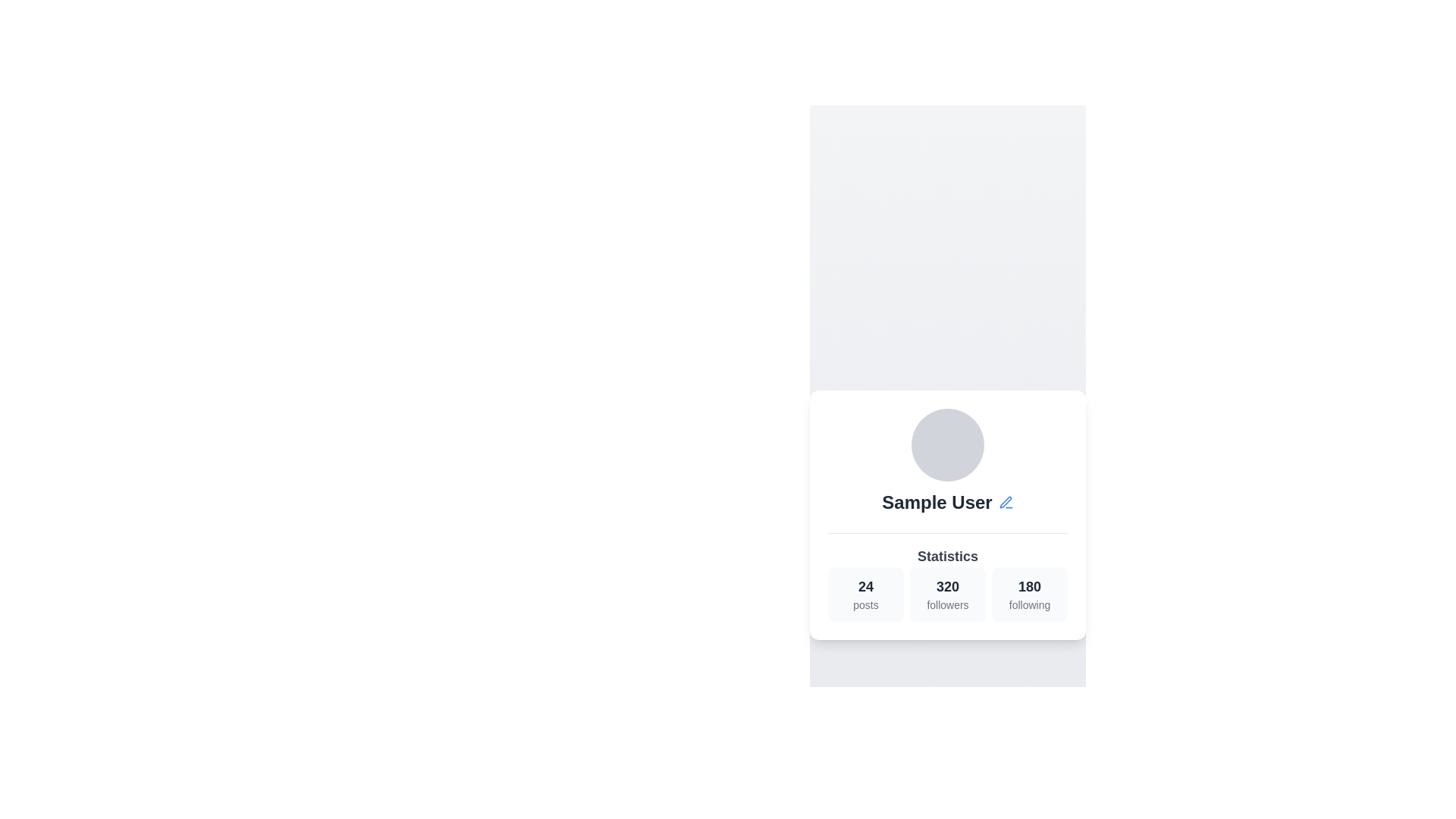 The image size is (1456, 819). Describe the element at coordinates (1030, 585) in the screenshot. I see `the text display showing the number '180' in bold, dark gray font, located centrally above the 'following' text within the user profile statistics card` at that location.